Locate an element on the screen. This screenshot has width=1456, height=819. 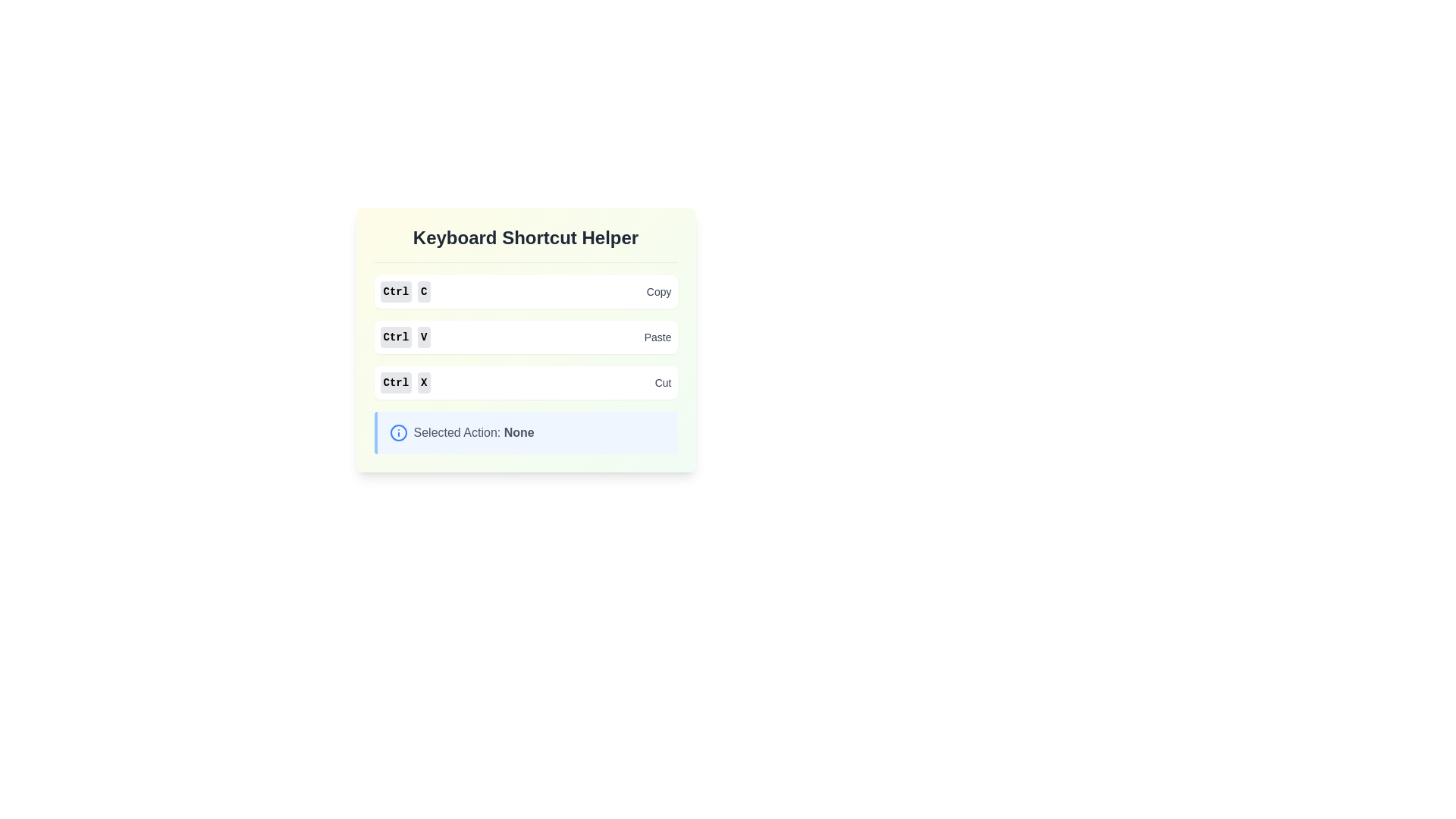
the 'Ctrl' key visual representation in the second row of the keyboard shortcuts list is located at coordinates (396, 336).